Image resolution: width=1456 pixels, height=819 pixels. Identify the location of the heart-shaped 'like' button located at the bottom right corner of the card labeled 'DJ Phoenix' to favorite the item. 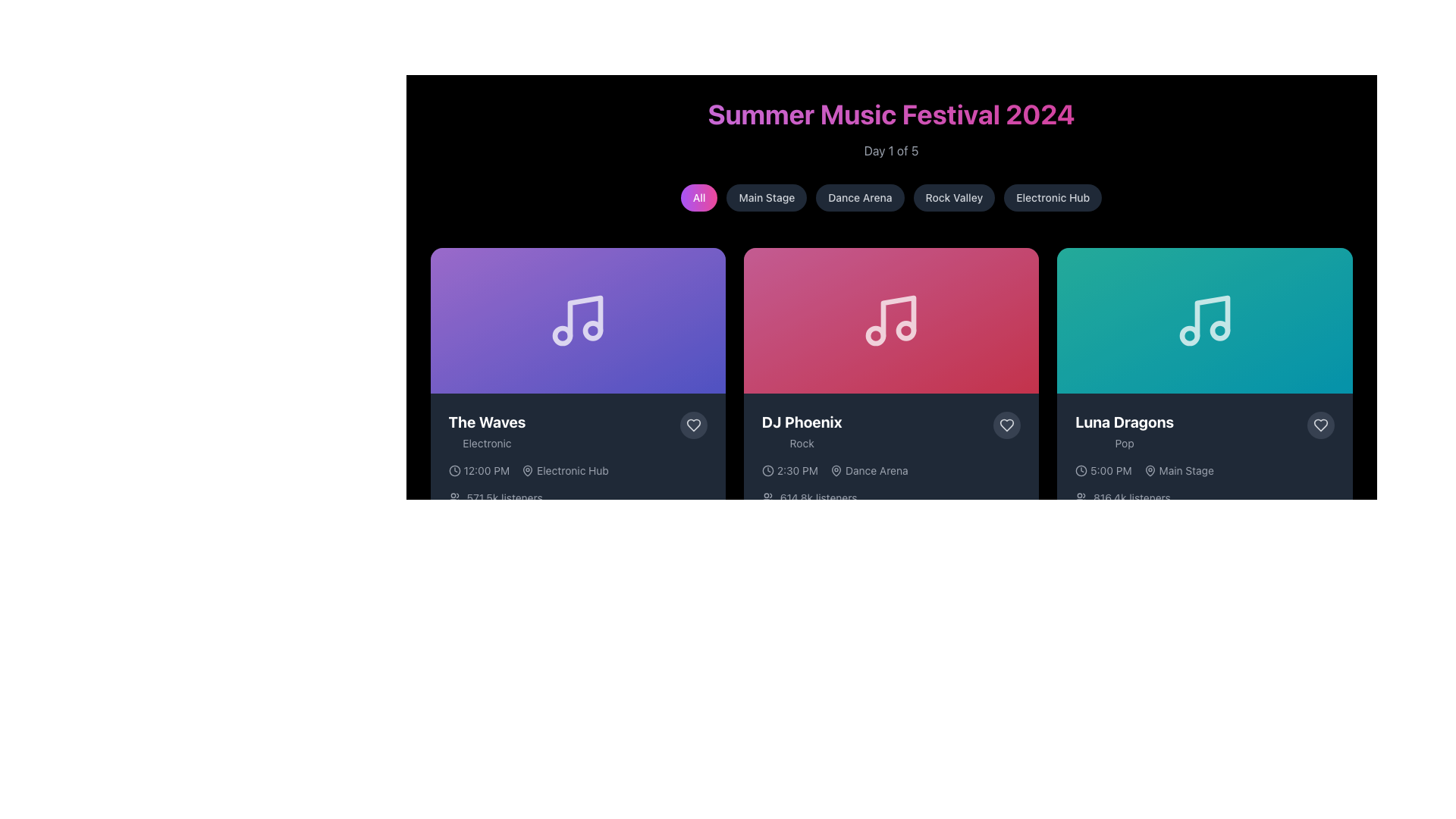
(1007, 425).